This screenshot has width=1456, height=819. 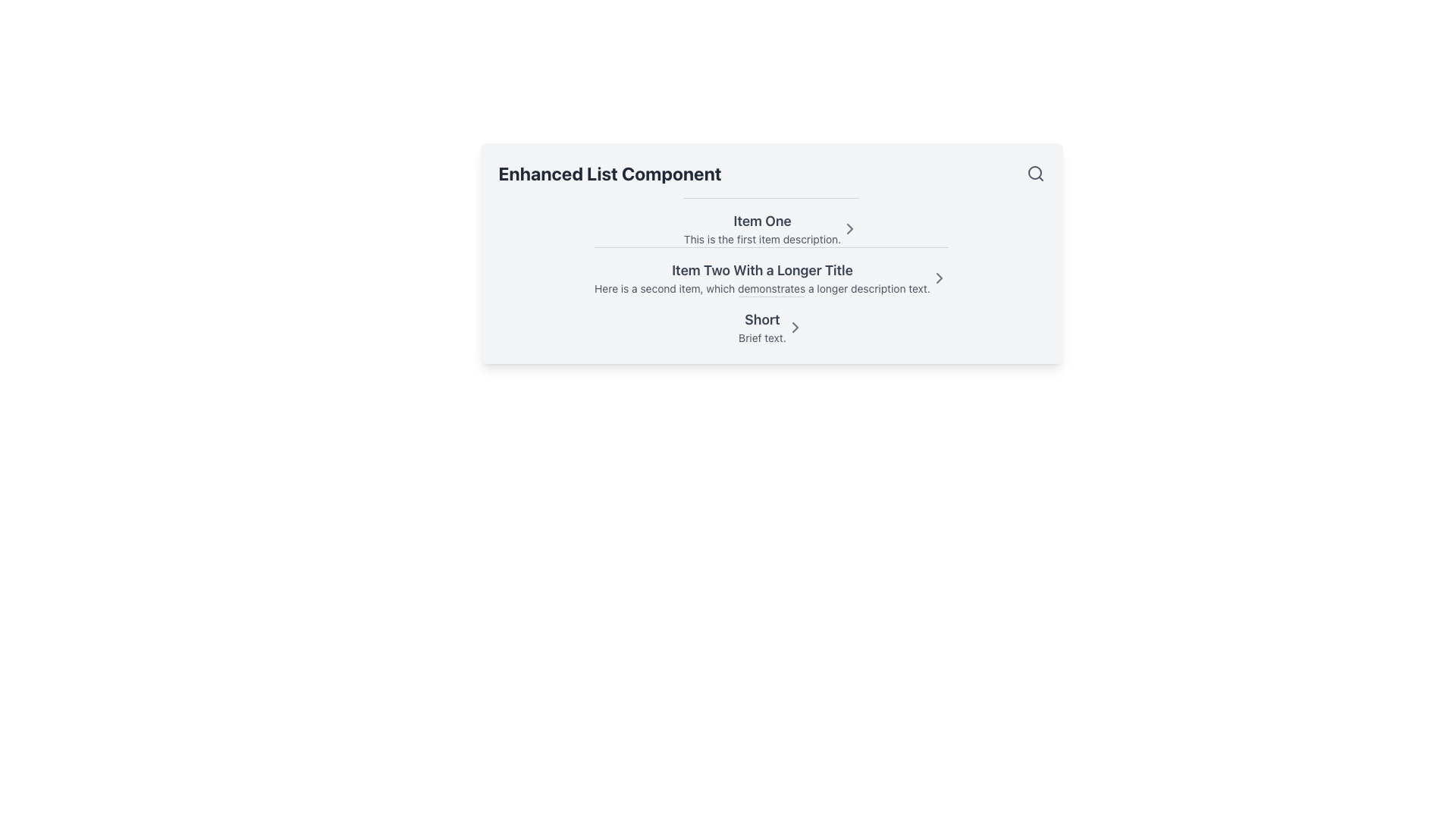 I want to click on the right-facing chevron SVG icon located to the right of the 'Item One' text in the list component, so click(x=850, y=228).